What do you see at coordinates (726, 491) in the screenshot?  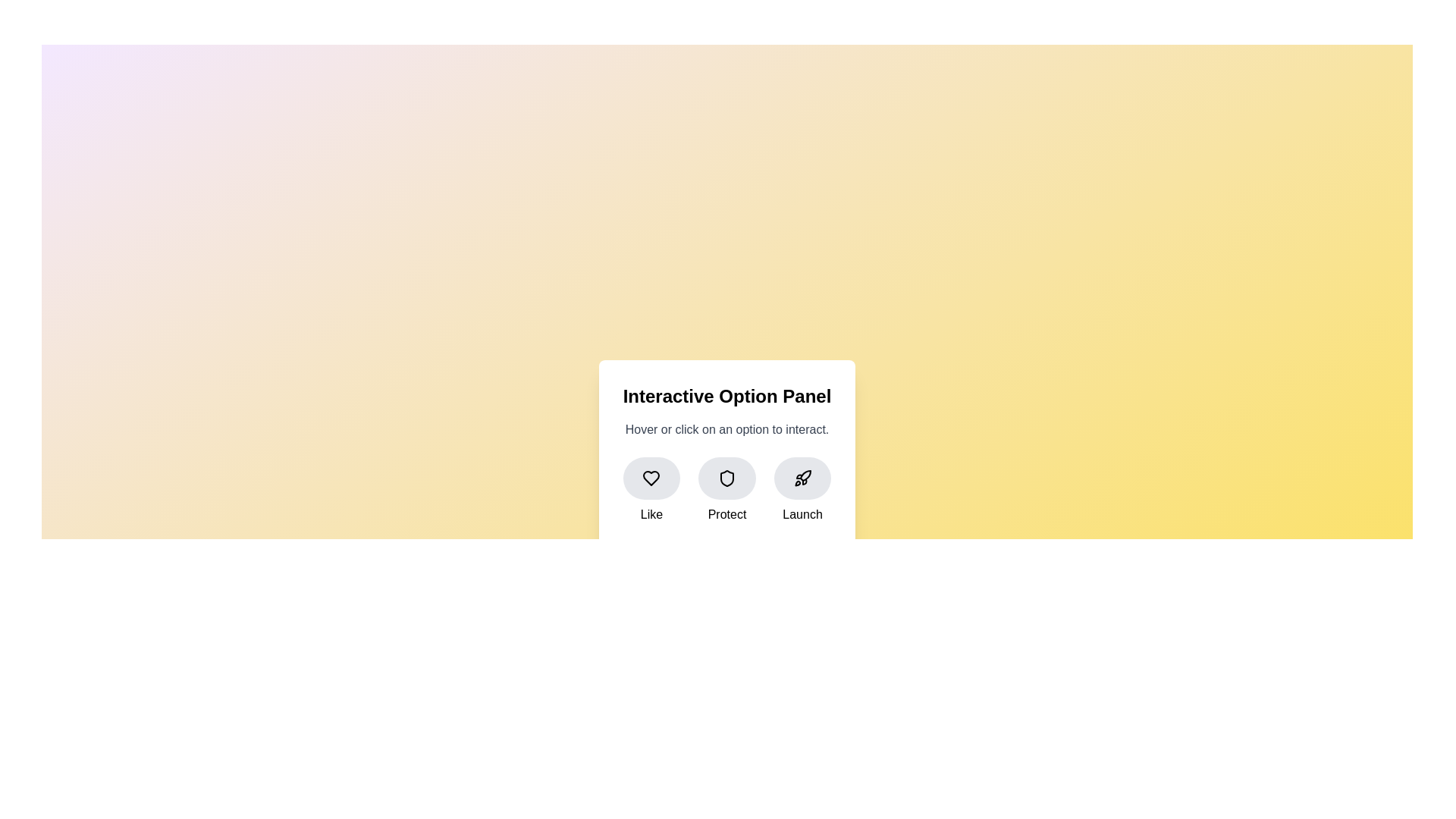 I see `the 'Protect' button, which features a shield icon and is styled with a gray background, located at the center of a grid layout among three buttons` at bounding box center [726, 491].